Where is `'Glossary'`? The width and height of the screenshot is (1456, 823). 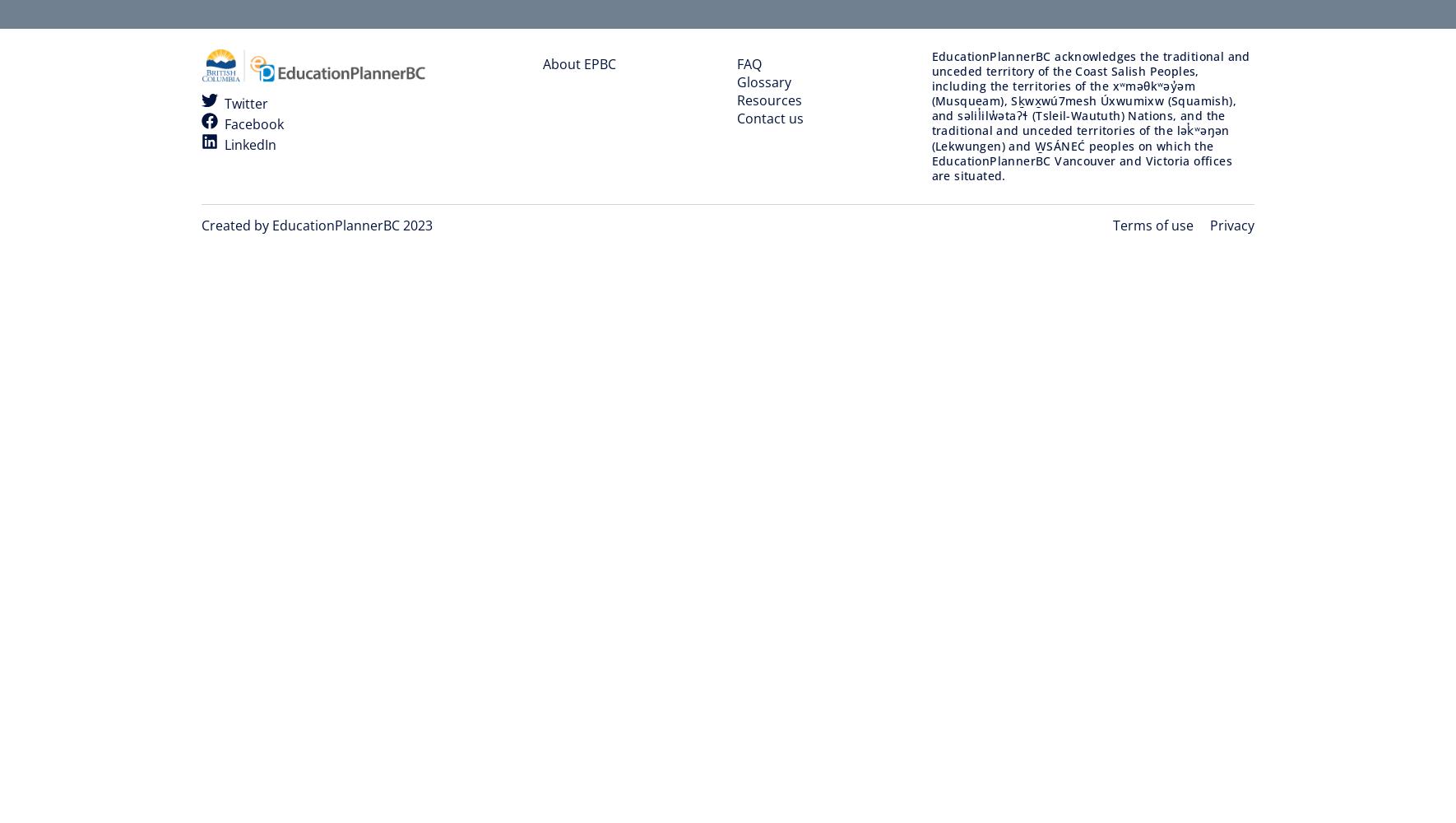
'Glossary' is located at coordinates (763, 81).